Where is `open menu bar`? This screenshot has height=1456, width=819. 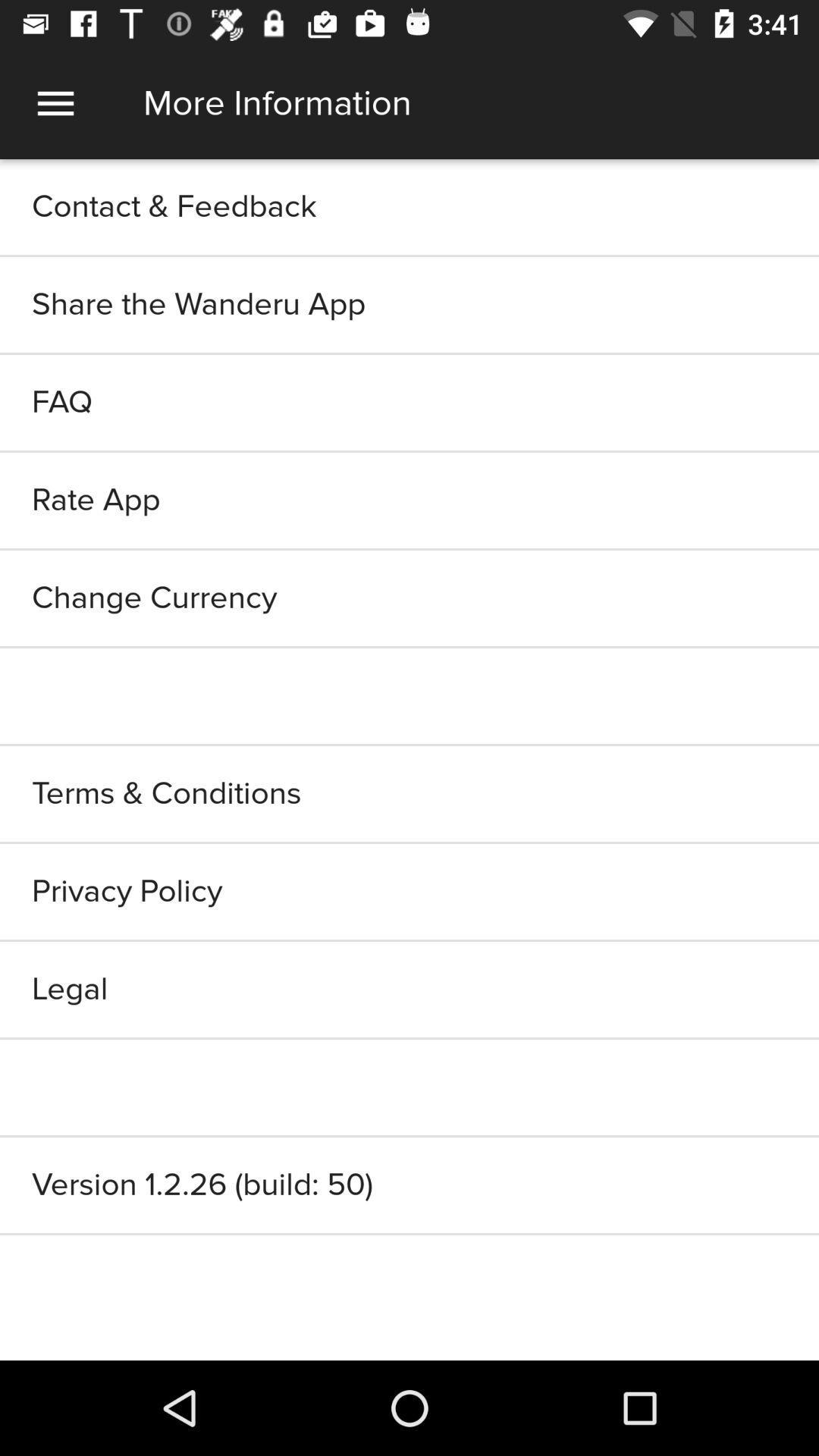 open menu bar is located at coordinates (55, 102).